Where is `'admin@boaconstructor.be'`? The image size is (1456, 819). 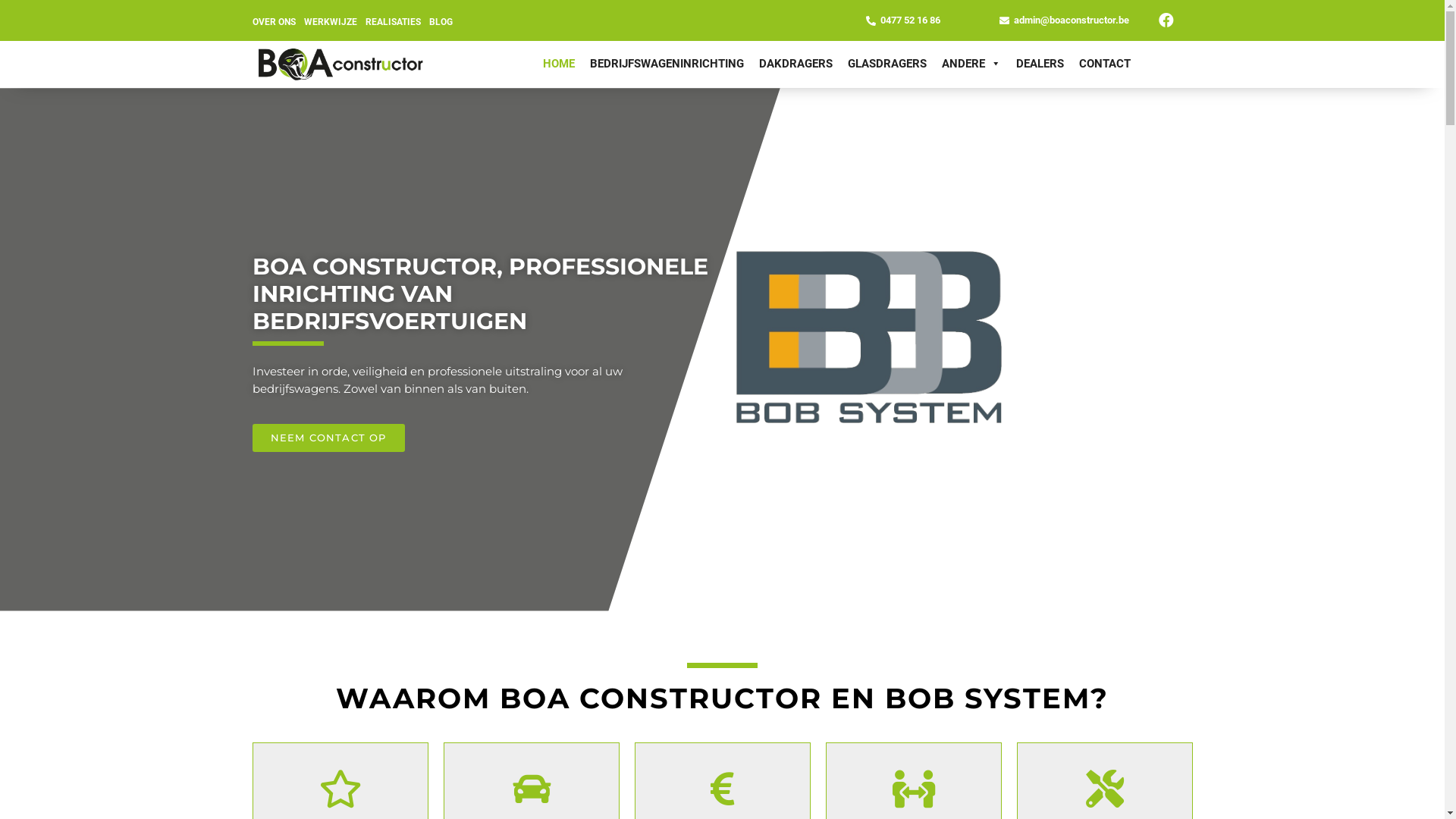 'admin@boaconstructor.be' is located at coordinates (1070, 20).